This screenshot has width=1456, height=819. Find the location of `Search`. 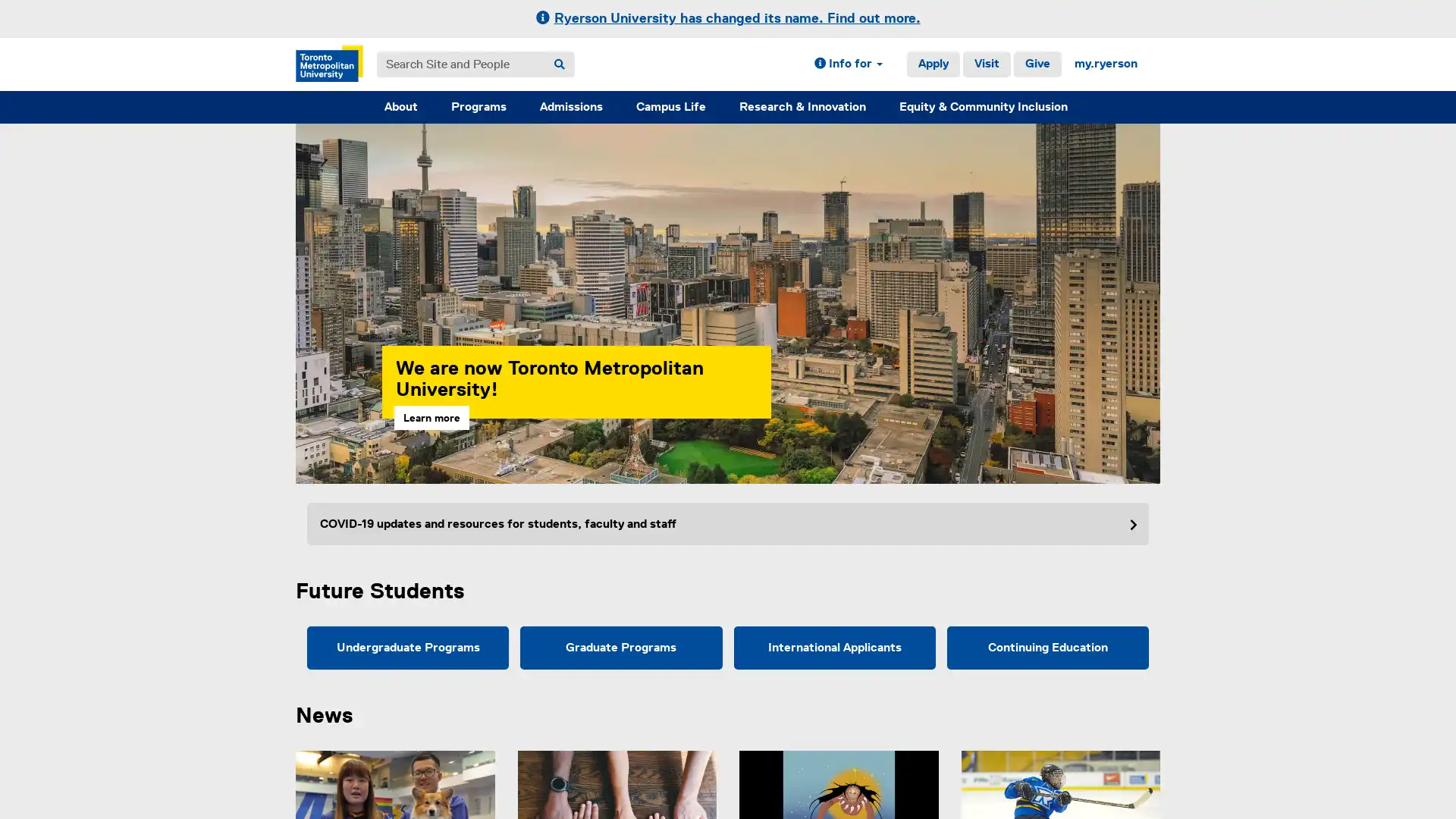

Search is located at coordinates (559, 63).